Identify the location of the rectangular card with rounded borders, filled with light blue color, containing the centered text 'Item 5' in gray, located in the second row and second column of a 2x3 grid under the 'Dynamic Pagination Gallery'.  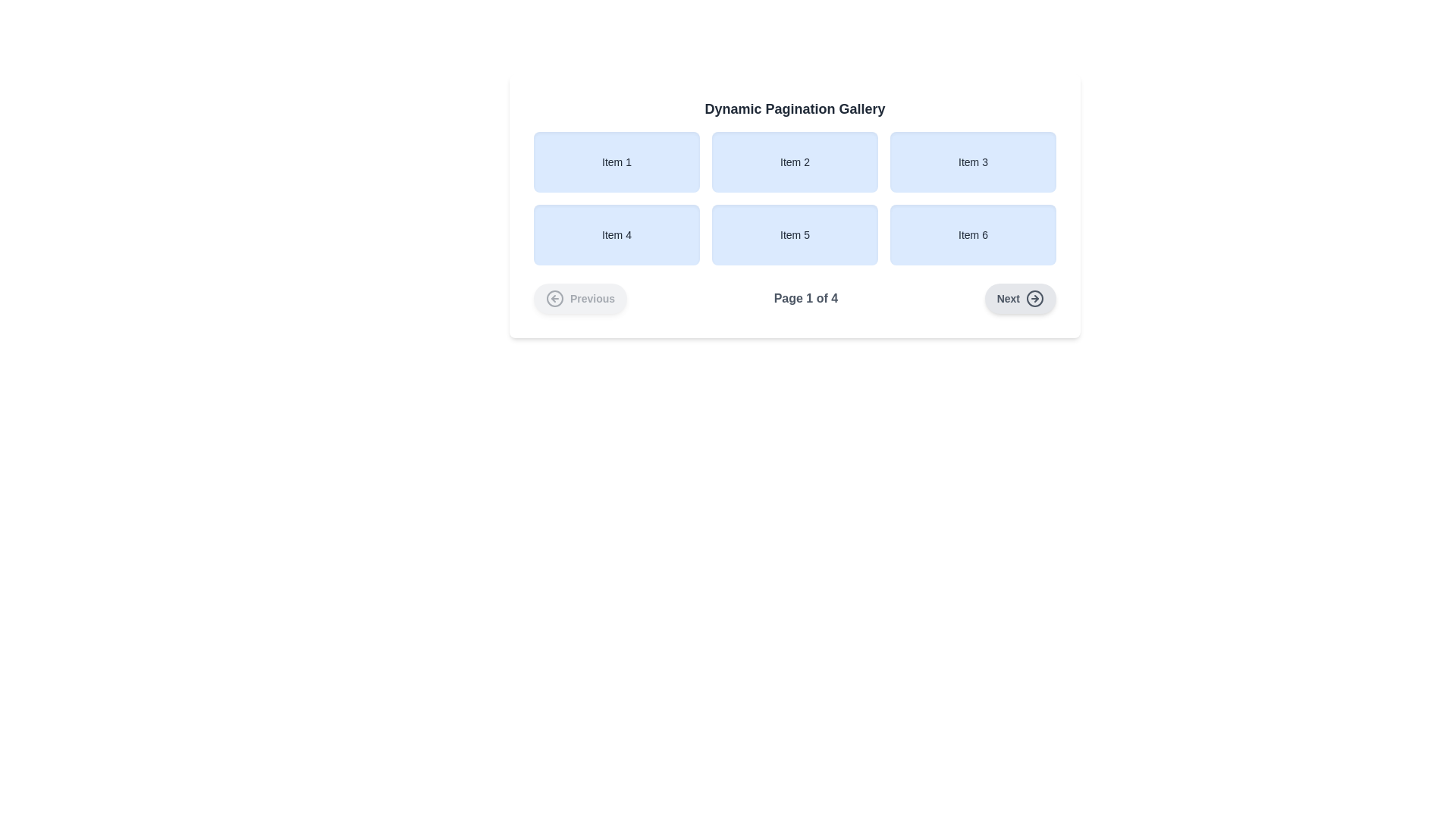
(794, 206).